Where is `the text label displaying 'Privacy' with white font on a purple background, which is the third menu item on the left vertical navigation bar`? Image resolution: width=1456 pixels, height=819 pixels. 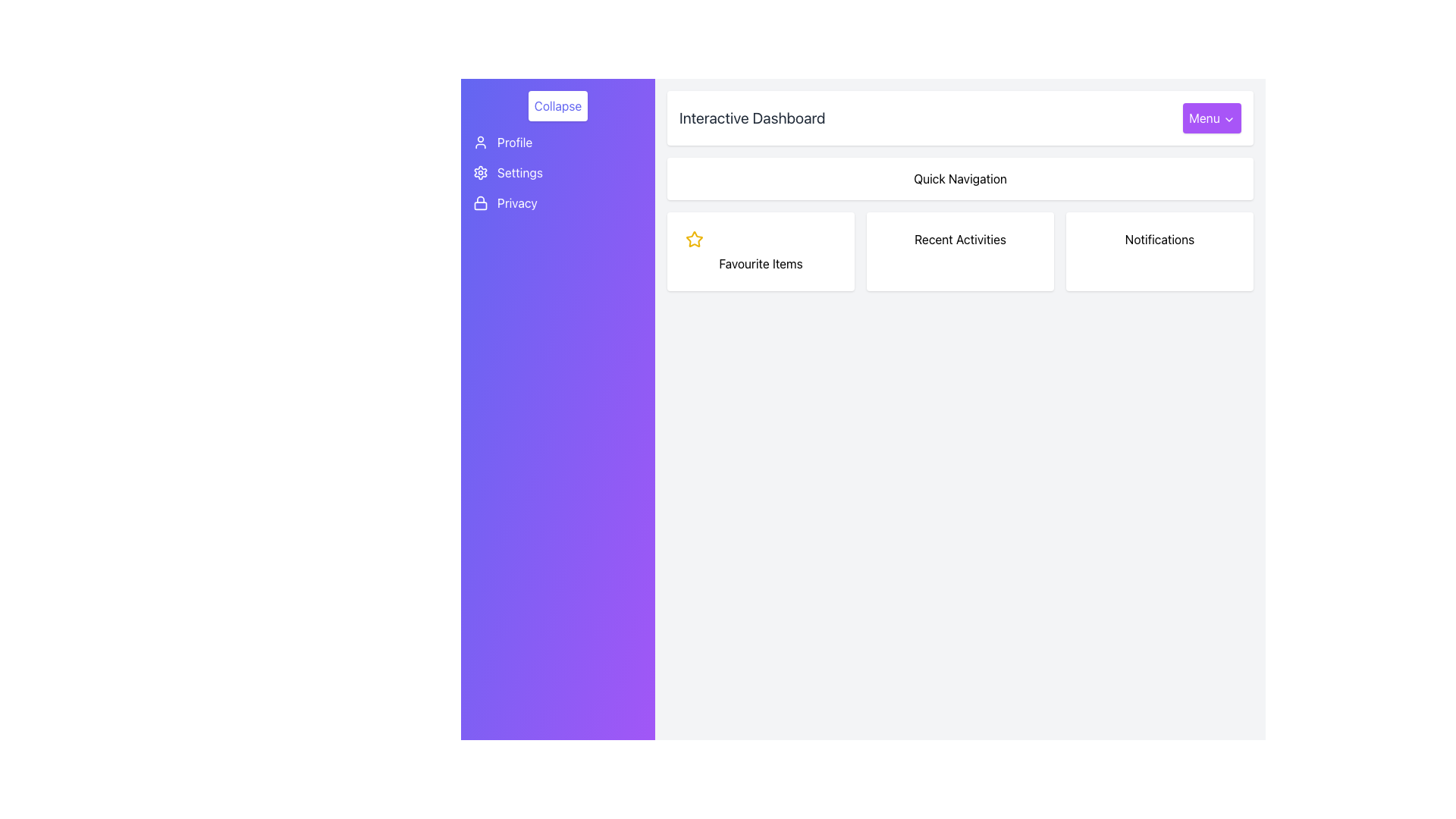
the text label displaying 'Privacy' with white font on a purple background, which is the third menu item on the left vertical navigation bar is located at coordinates (517, 202).